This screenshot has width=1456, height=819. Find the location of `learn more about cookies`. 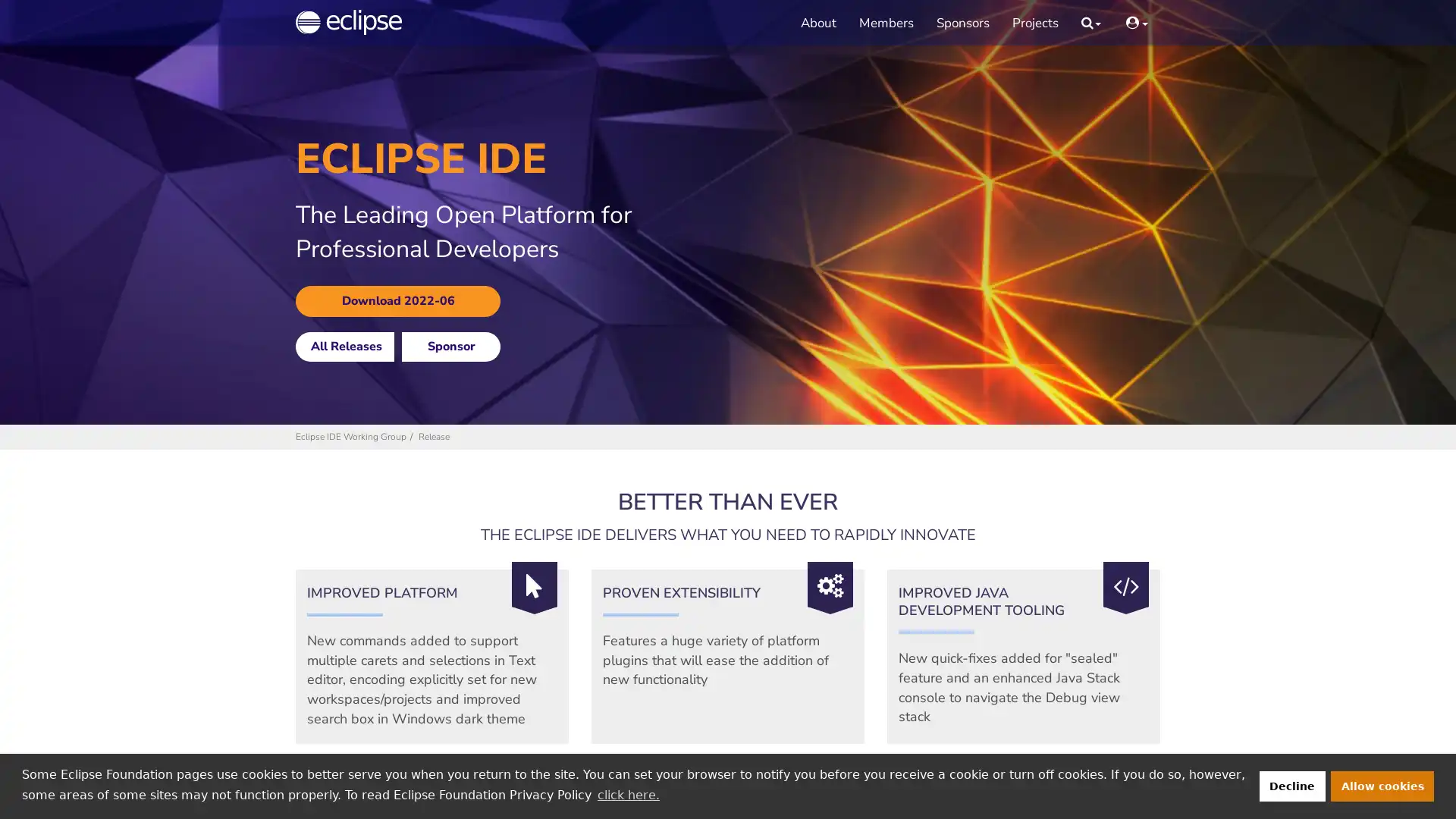

learn more about cookies is located at coordinates (628, 794).